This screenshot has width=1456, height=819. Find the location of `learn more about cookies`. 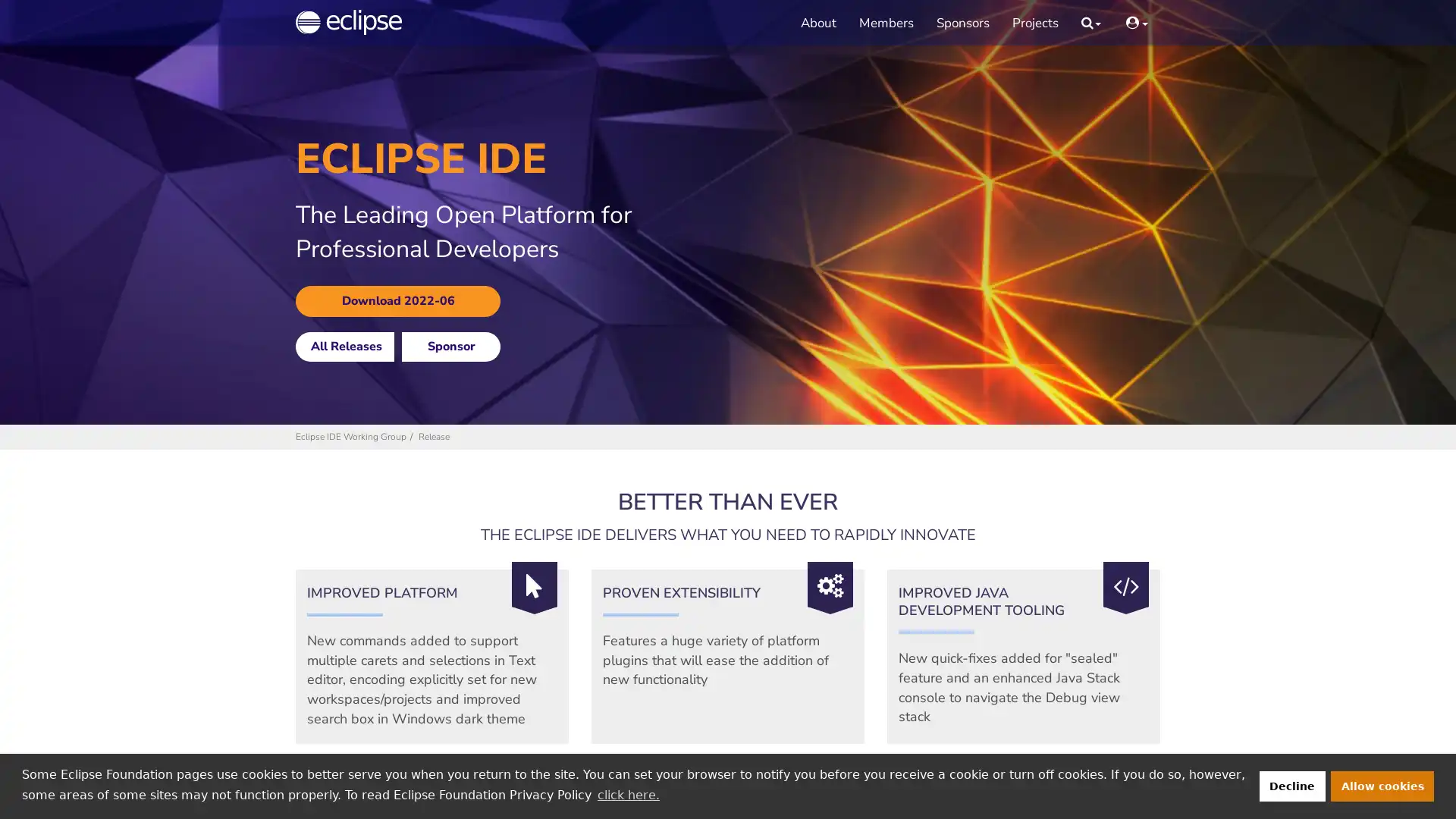

learn more about cookies is located at coordinates (628, 794).